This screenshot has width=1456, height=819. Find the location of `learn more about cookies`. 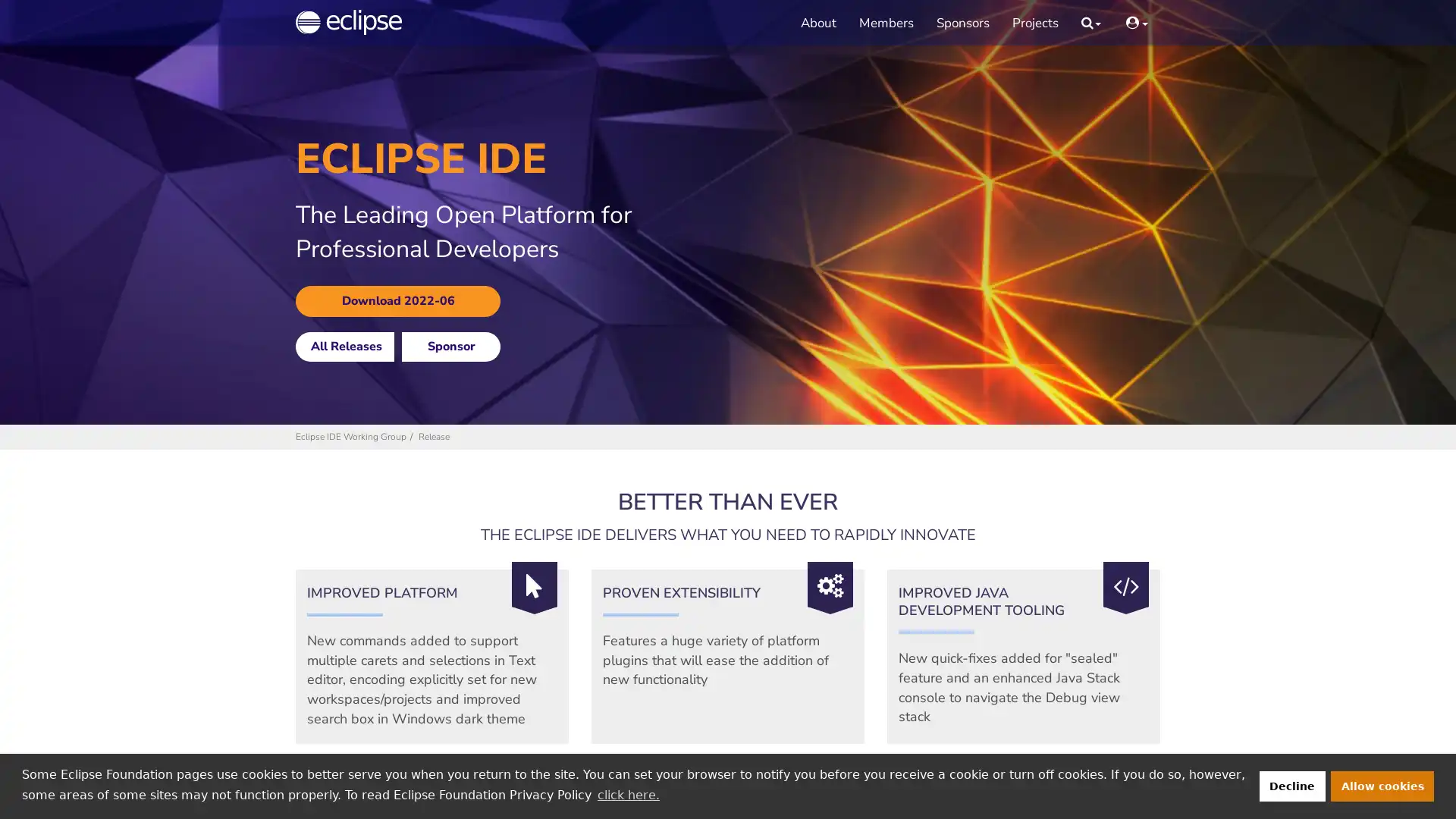

learn more about cookies is located at coordinates (628, 794).